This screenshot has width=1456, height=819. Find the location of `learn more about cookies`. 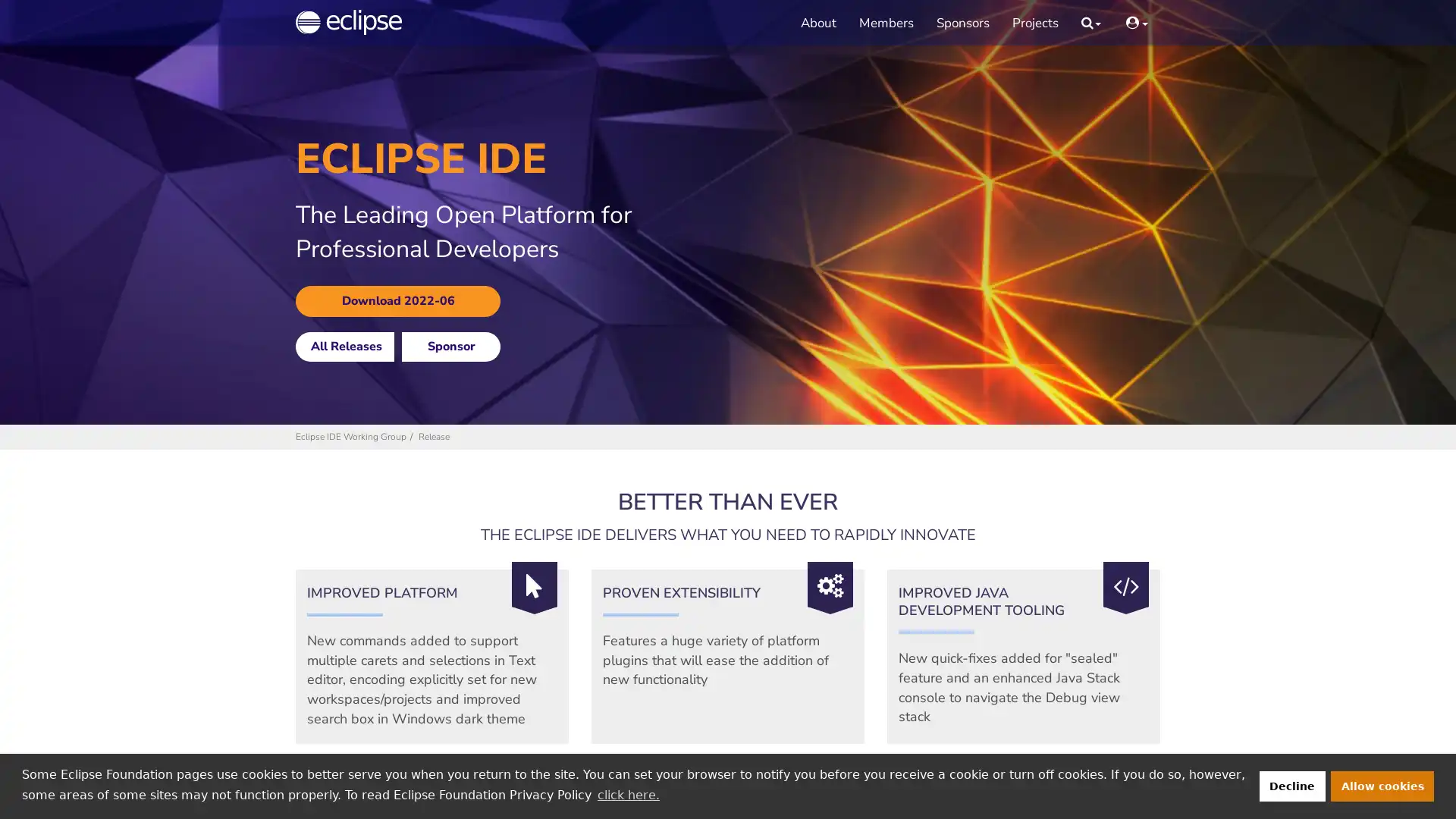

learn more about cookies is located at coordinates (628, 794).